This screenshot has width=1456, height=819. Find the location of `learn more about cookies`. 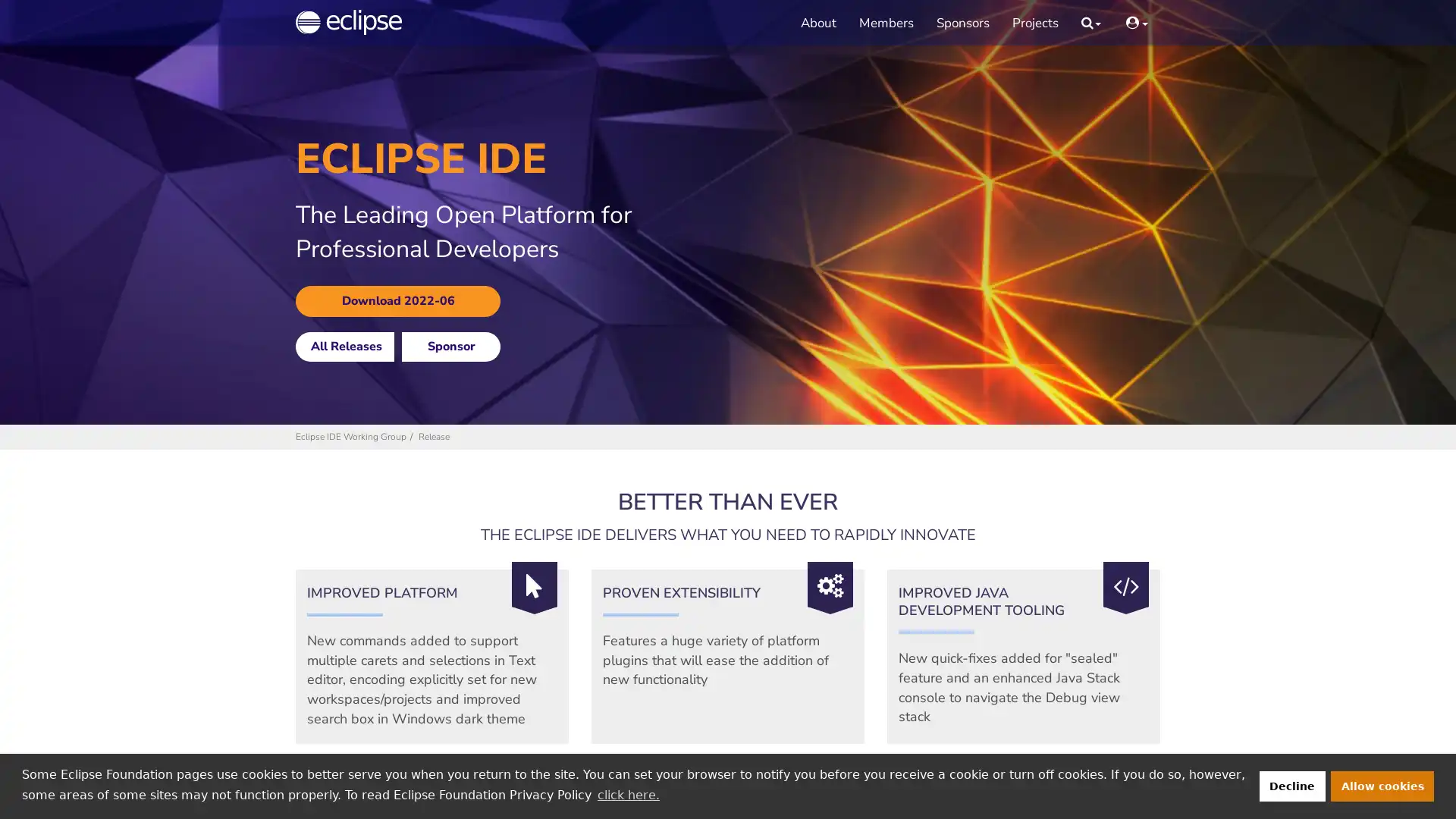

learn more about cookies is located at coordinates (628, 794).